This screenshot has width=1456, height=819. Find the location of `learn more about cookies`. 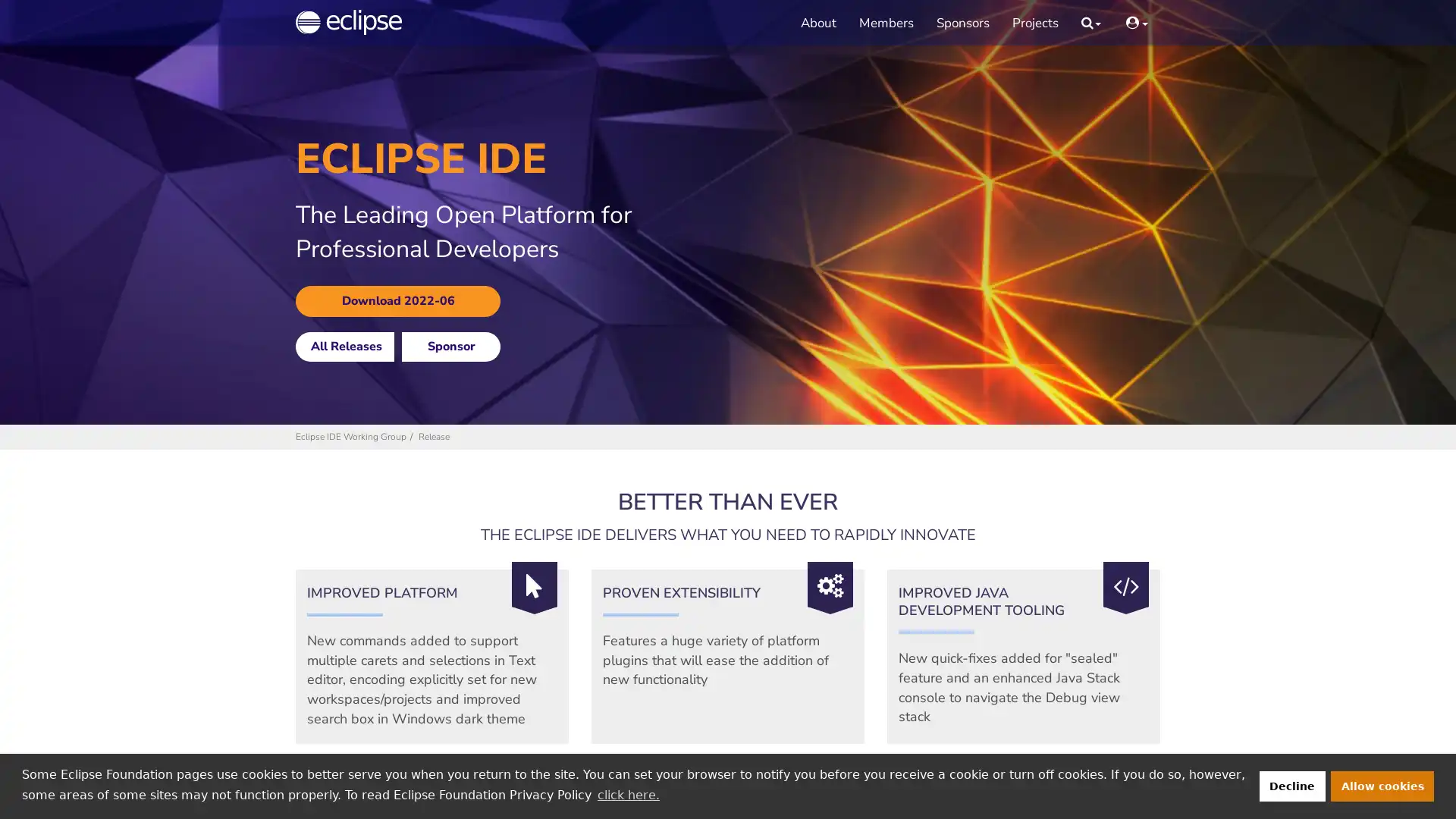

learn more about cookies is located at coordinates (628, 794).